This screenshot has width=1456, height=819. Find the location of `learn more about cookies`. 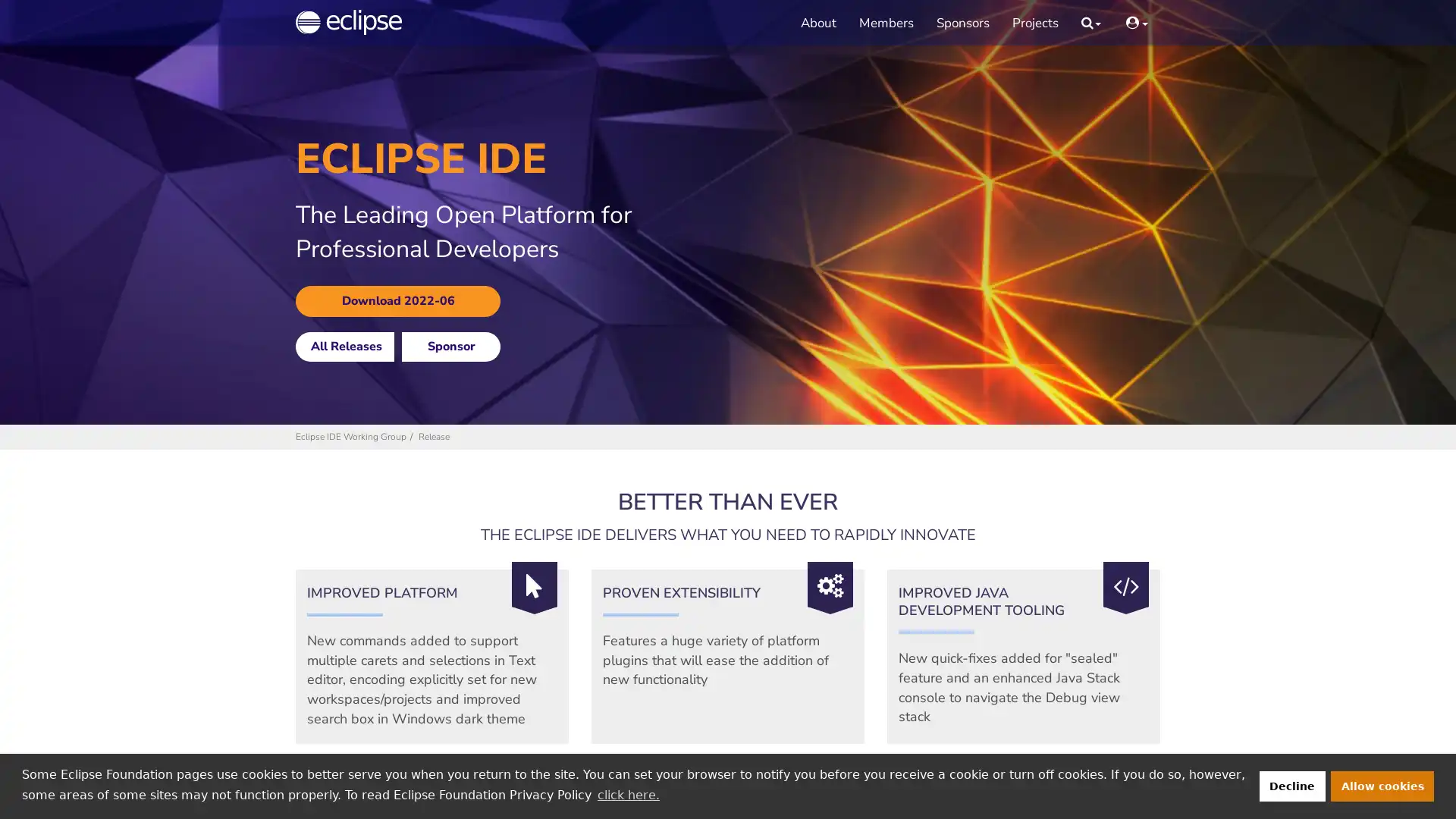

learn more about cookies is located at coordinates (628, 794).